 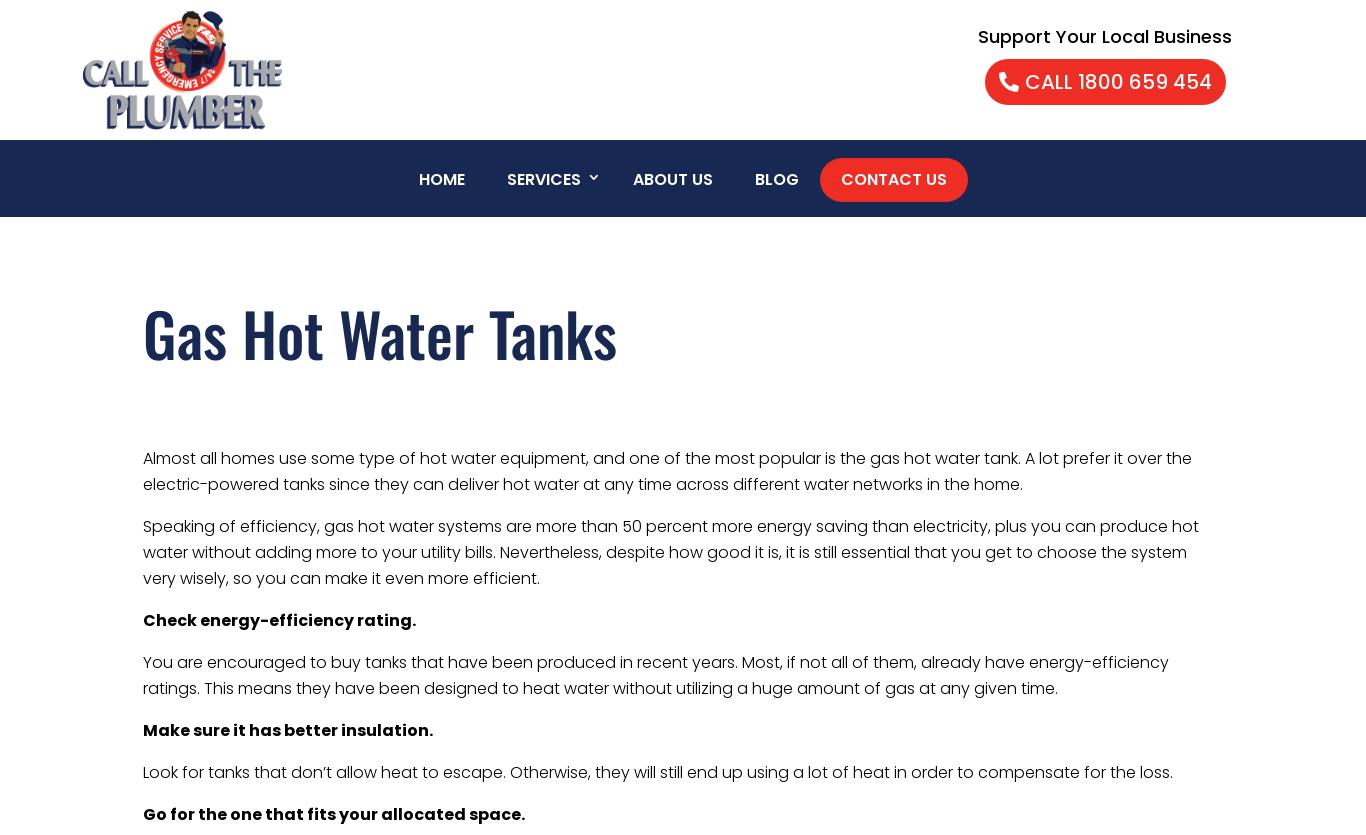 I want to click on 'Almost all homes use some type of hot water equipment, and one of the most popular is the gas hot water tank. A lot prefer it over the electric-powered tanks since they can deliver hot water at any time across different water networks in the home.', so click(x=142, y=470).